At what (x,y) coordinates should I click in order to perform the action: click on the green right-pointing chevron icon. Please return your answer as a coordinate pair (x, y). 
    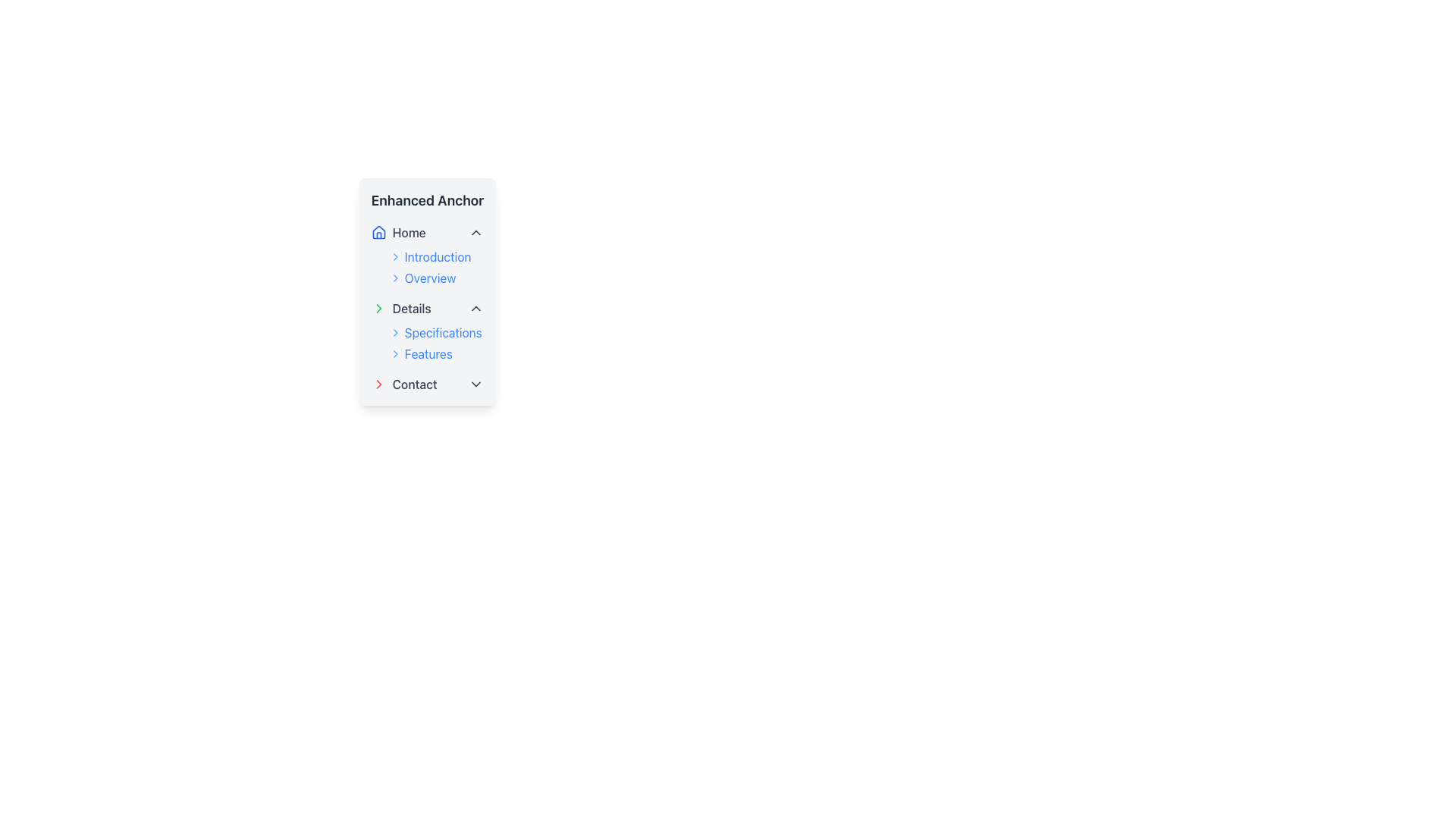
    Looking at the image, I should click on (378, 308).